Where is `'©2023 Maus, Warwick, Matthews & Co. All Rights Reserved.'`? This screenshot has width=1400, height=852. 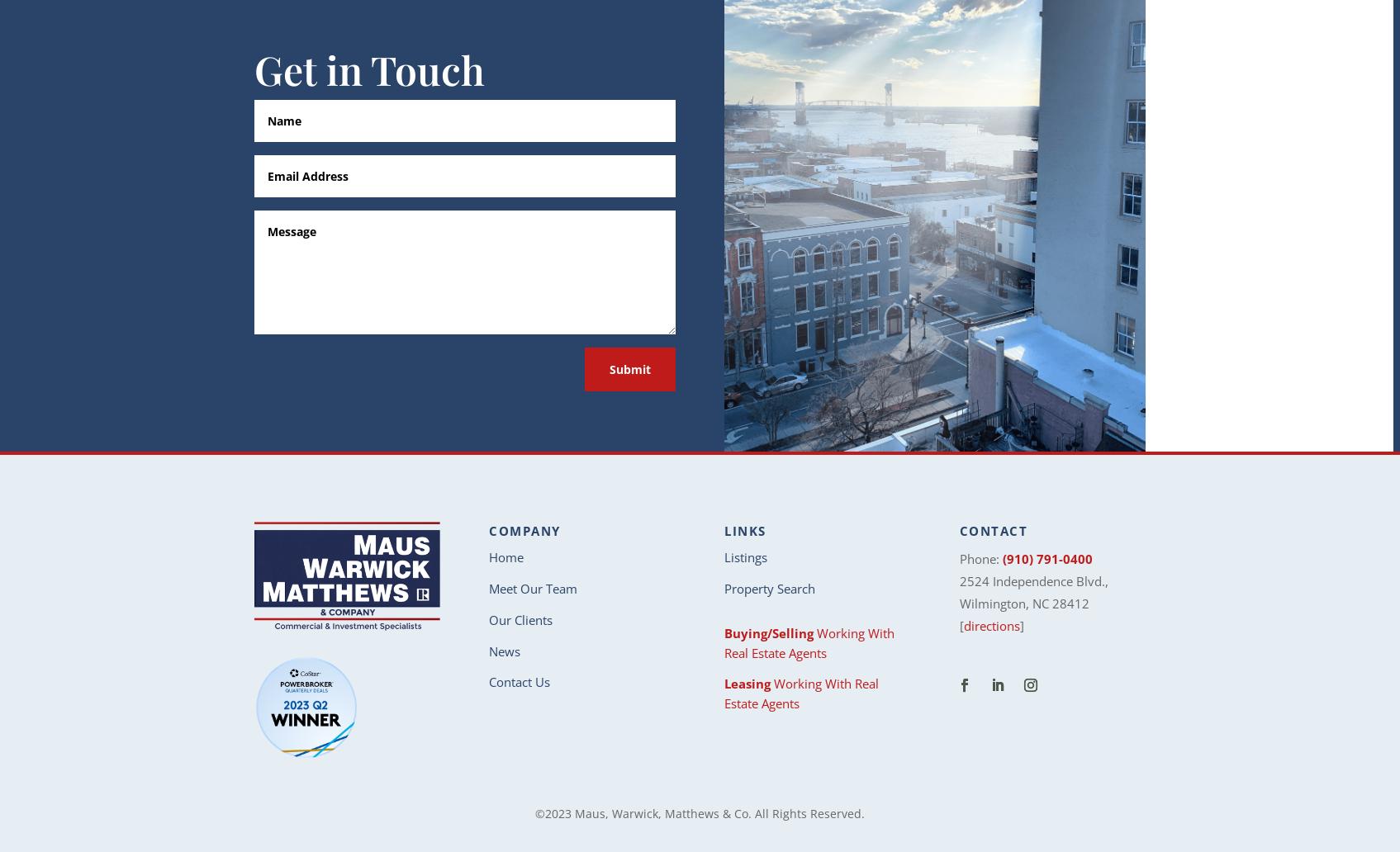
'©2023 Maus, Warwick, Matthews & Co. All Rights Reserved.' is located at coordinates (700, 812).